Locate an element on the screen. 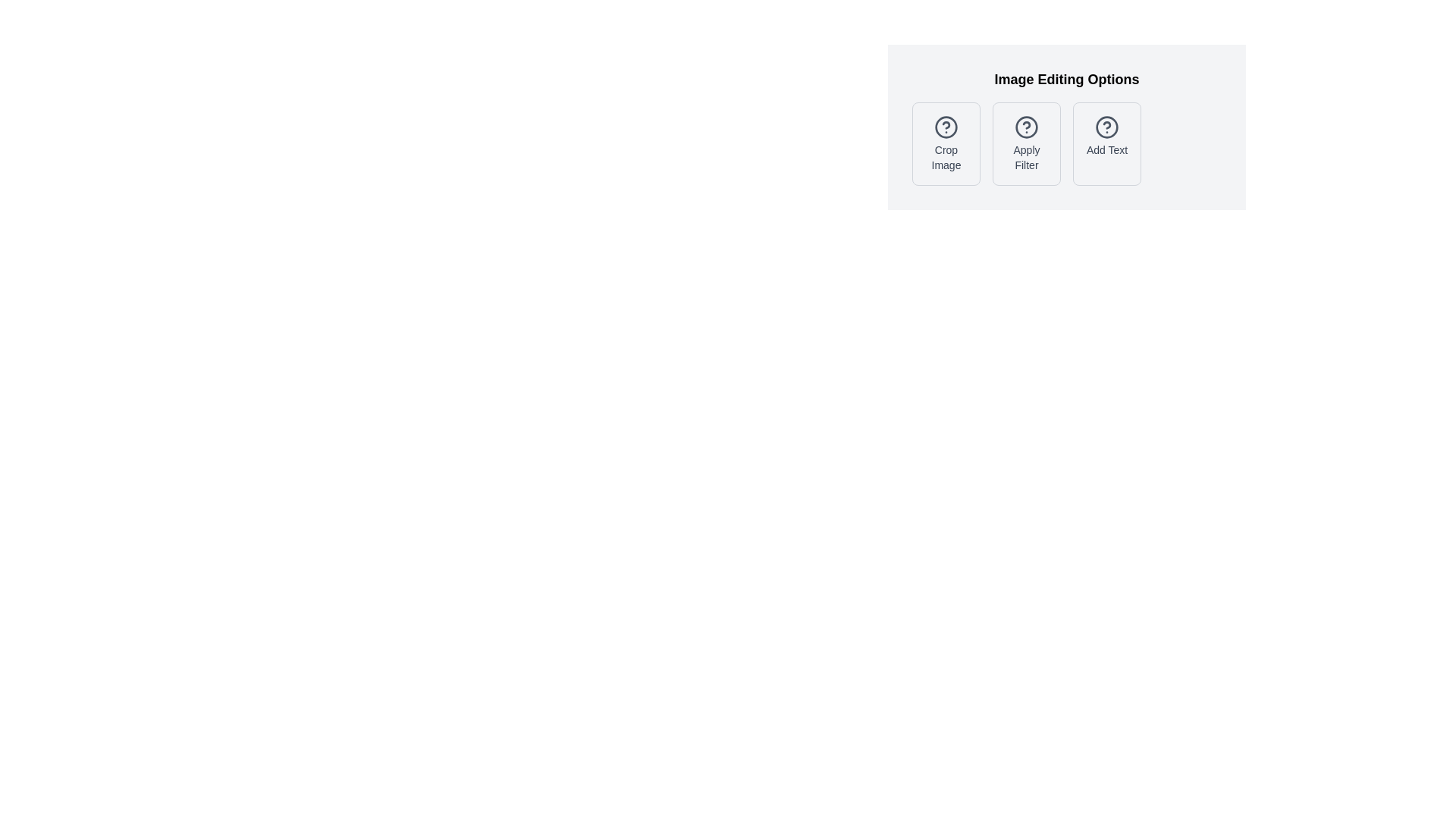 This screenshot has height=819, width=1456. the 'Add Text' button, which is a rectangular button with a light gray border, rounded corners, and a question mark icon above the text 'Add Text'. It is the third button in a row within a grid layout is located at coordinates (1106, 143).